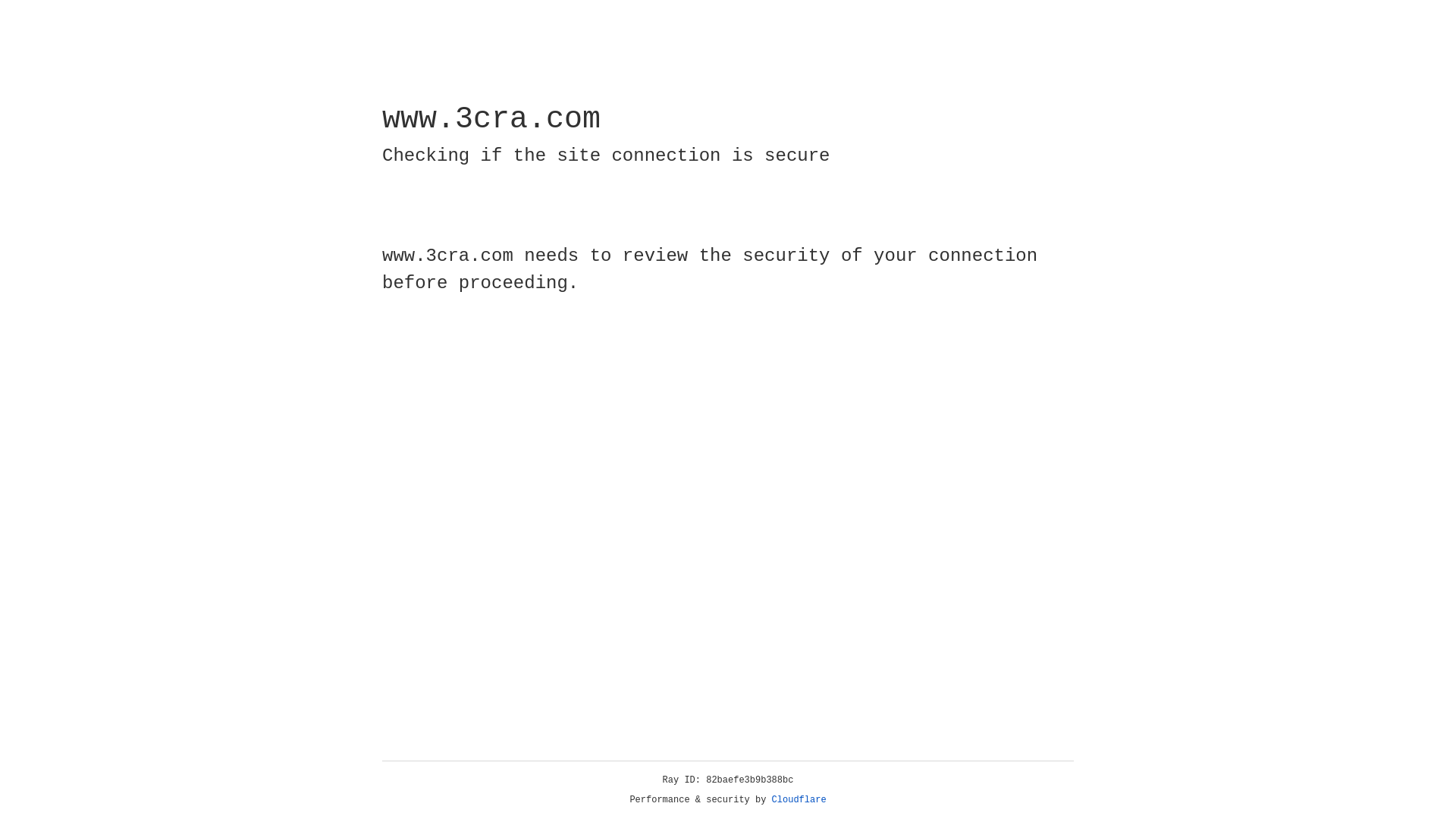  I want to click on 'Cloudflare', so click(771, 799).